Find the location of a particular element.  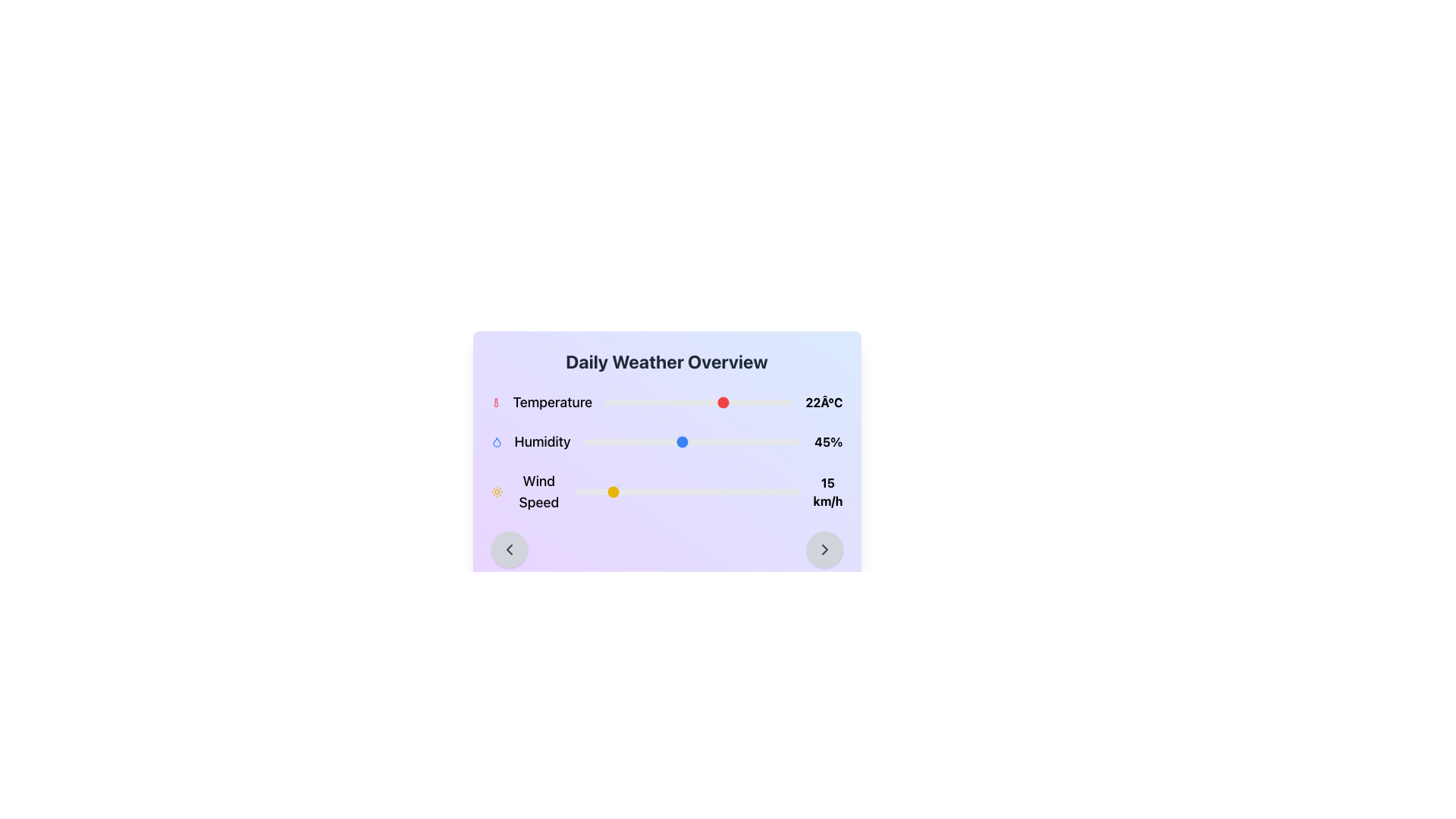

the Temperature slider is located at coordinates (744, 402).